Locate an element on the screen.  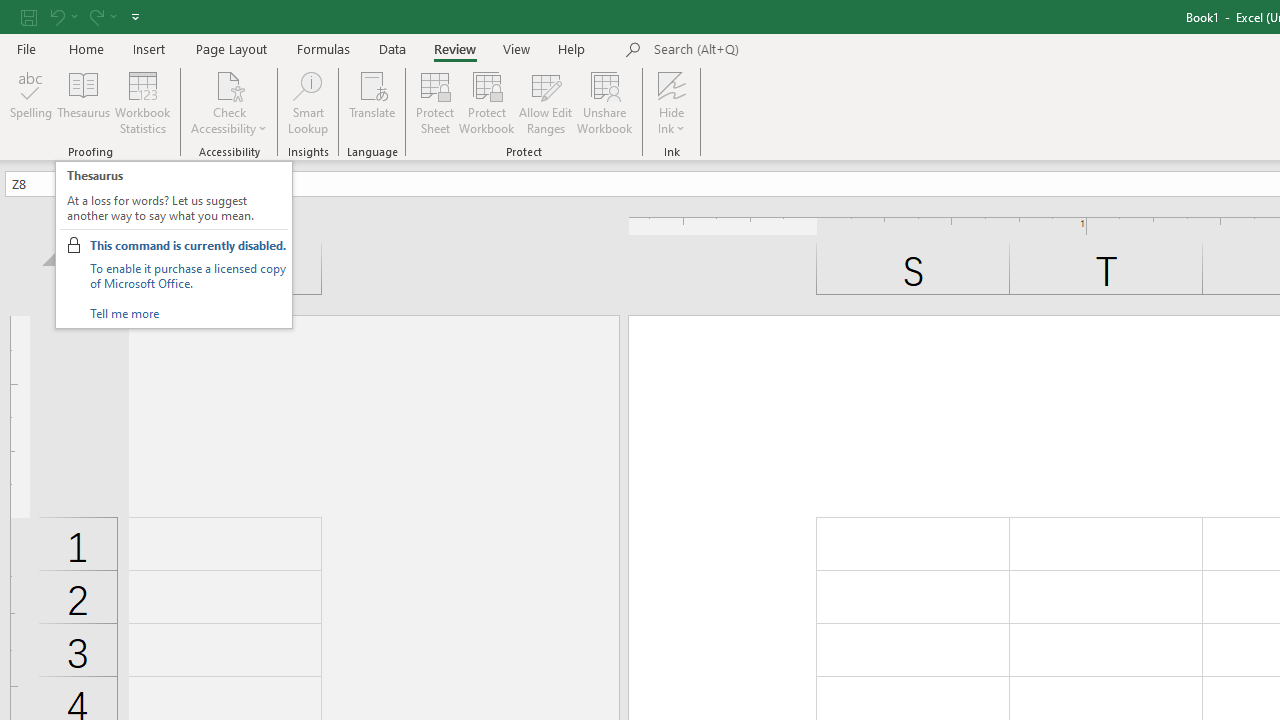
'This command is currently disabled.' is located at coordinates (188, 244).